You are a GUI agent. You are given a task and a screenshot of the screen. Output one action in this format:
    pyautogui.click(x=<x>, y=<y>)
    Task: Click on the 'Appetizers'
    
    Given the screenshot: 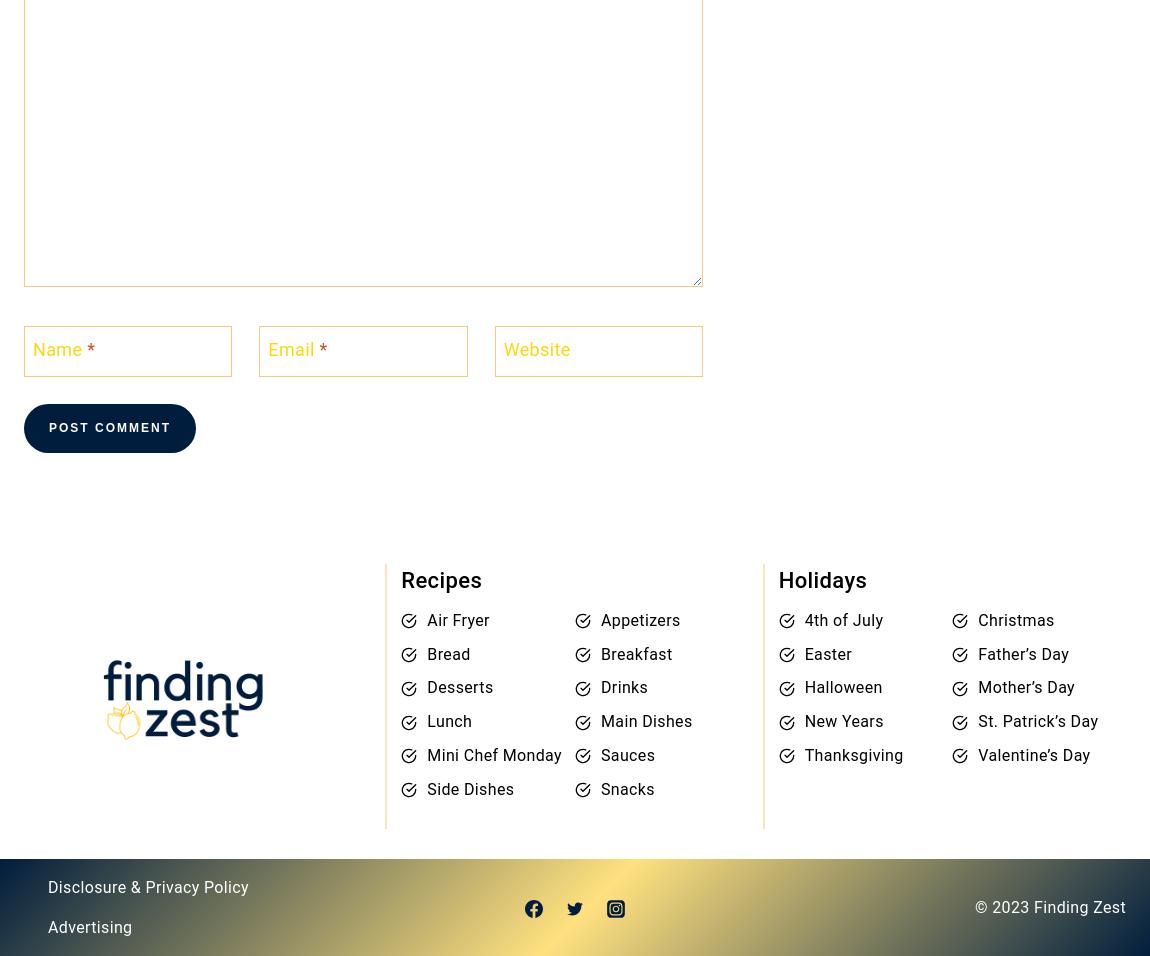 What is the action you would take?
    pyautogui.click(x=598, y=619)
    